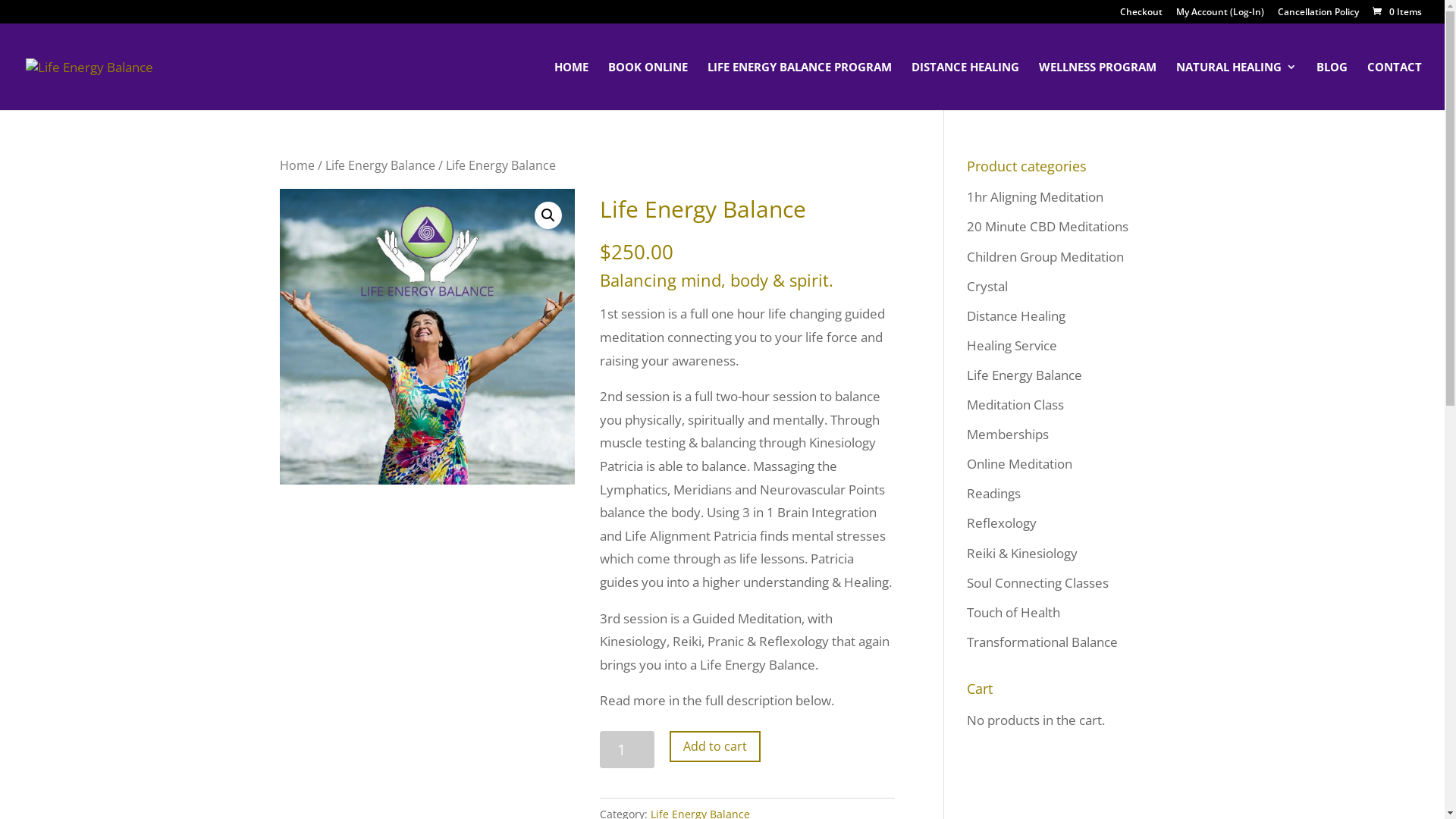  I want to click on 'Distance Healing', so click(965, 315).